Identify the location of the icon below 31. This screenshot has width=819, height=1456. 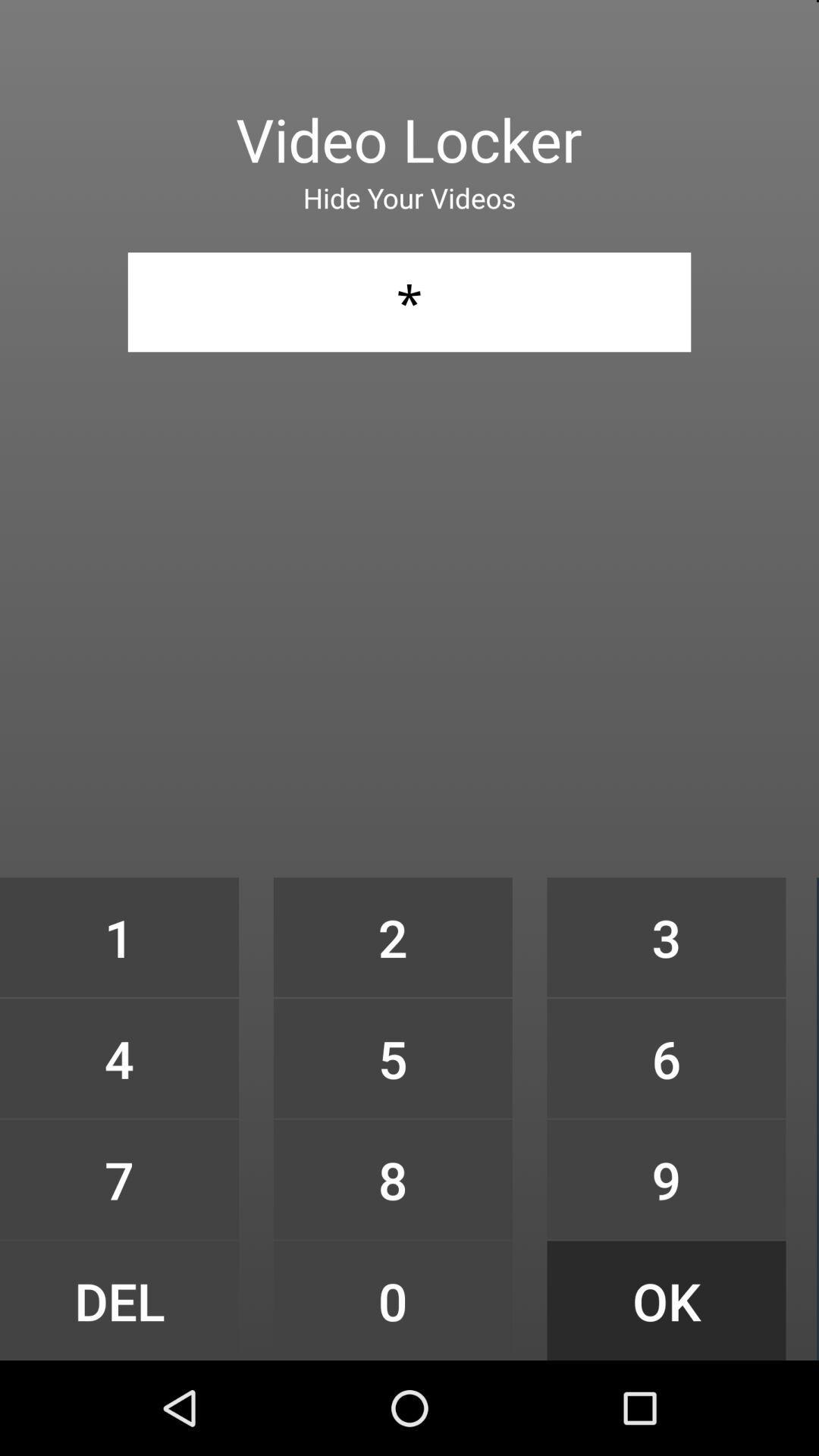
(392, 937).